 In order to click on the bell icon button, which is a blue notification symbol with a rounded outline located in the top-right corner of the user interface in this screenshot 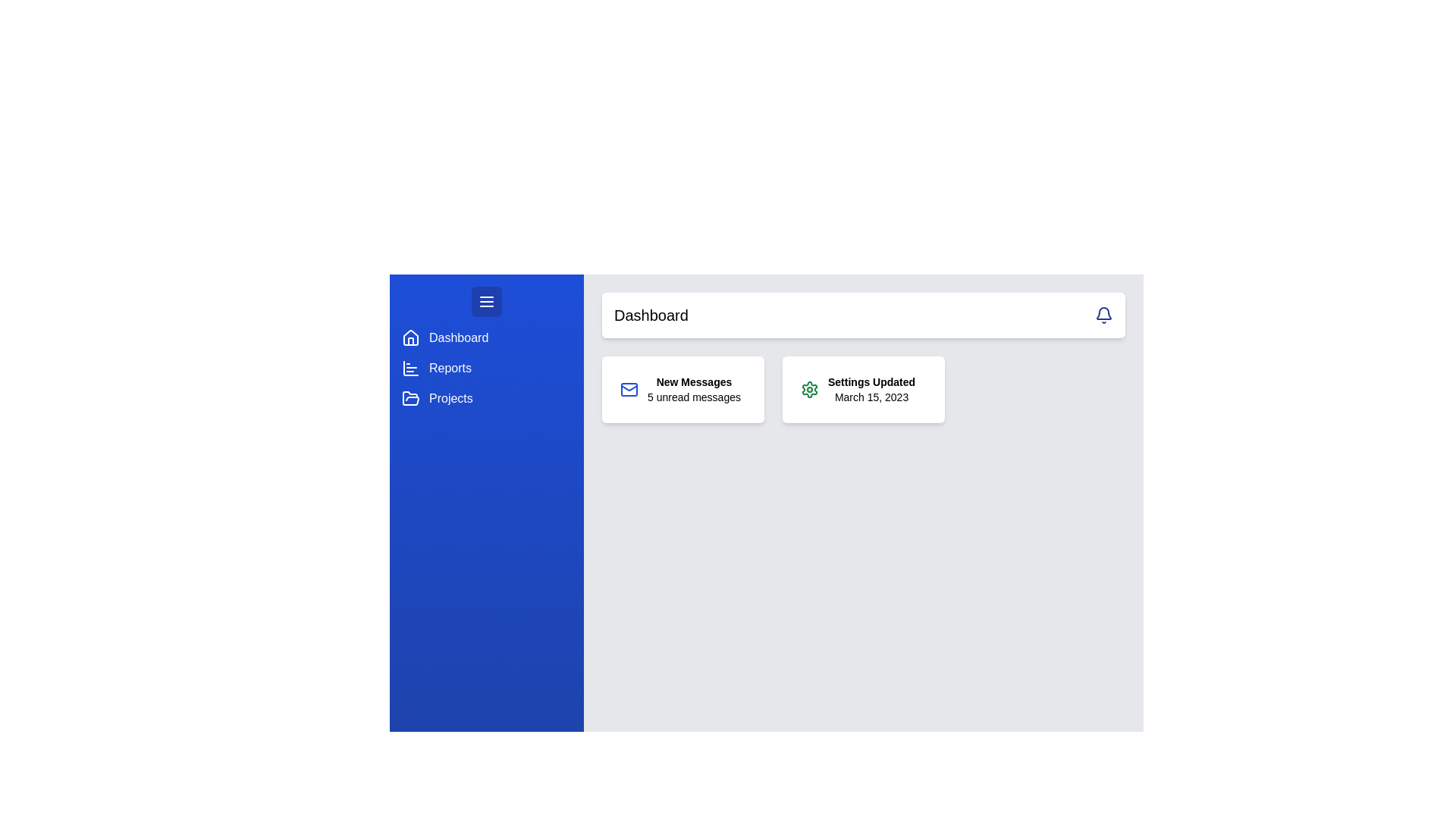, I will do `click(1103, 315)`.